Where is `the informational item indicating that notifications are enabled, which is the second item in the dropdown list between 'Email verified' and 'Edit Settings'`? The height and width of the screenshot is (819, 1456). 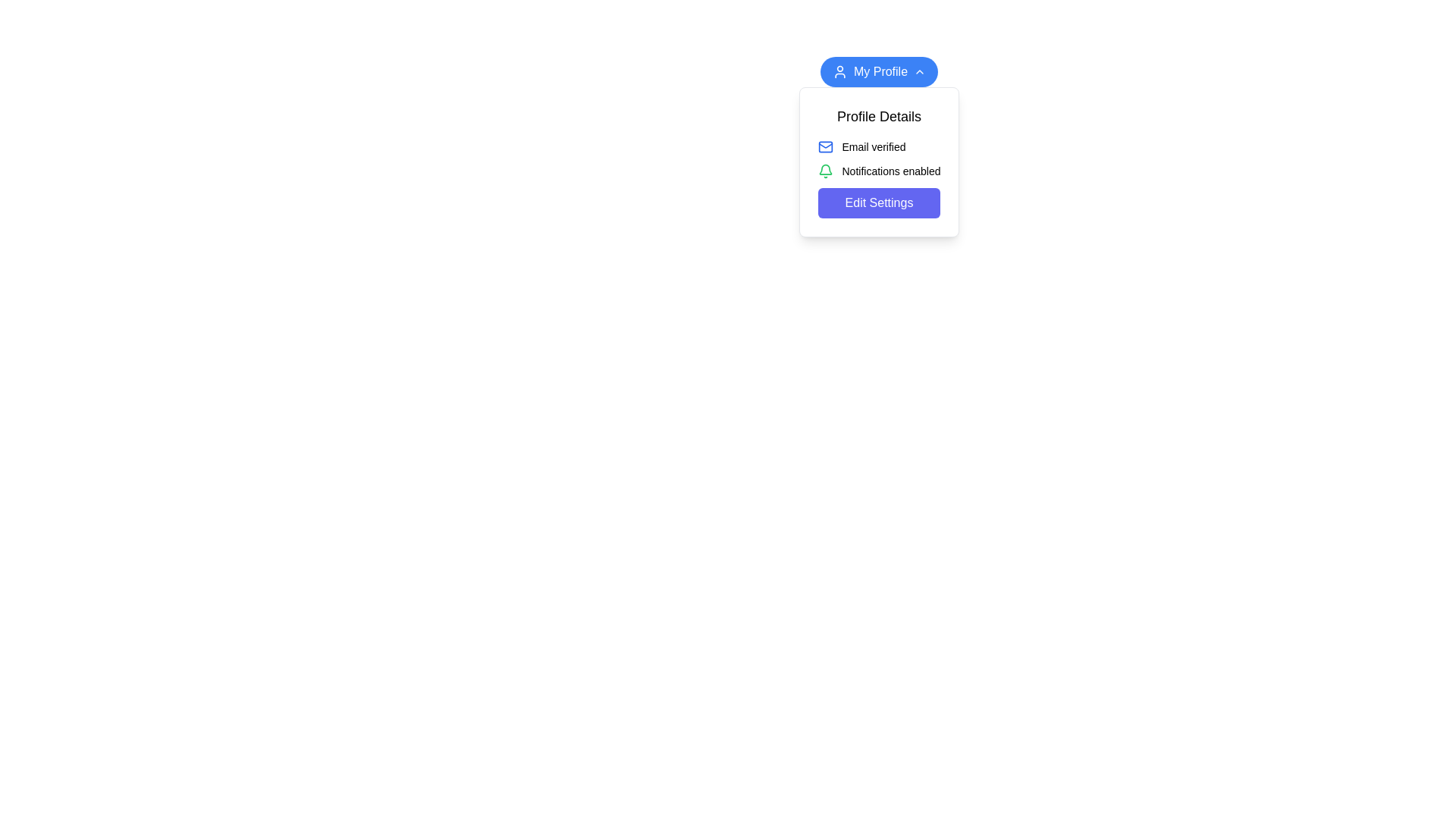 the informational item indicating that notifications are enabled, which is the second item in the dropdown list between 'Email verified' and 'Edit Settings' is located at coordinates (879, 171).